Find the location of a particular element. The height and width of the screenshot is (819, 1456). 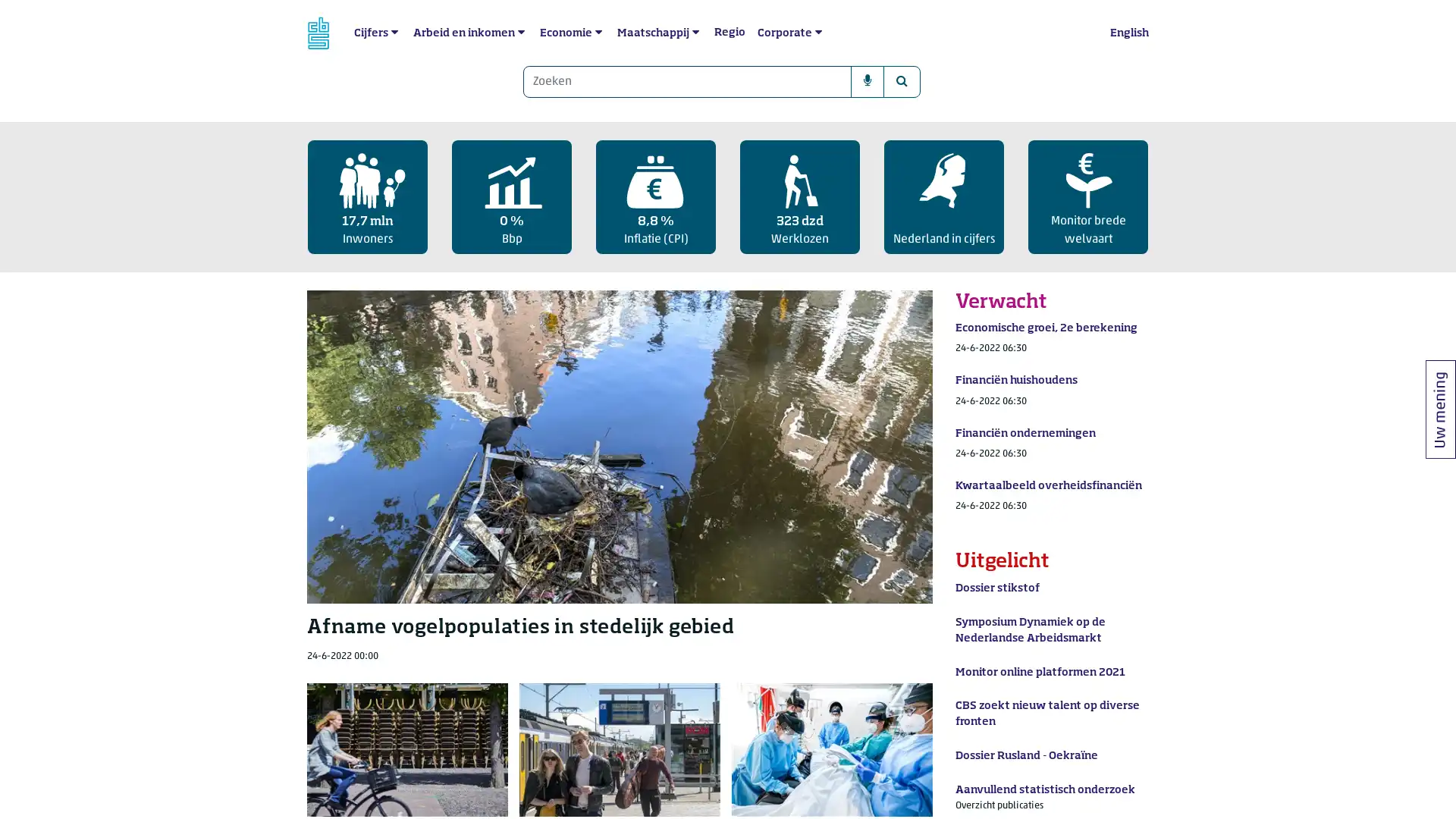

submenu Economie is located at coordinates (598, 32).